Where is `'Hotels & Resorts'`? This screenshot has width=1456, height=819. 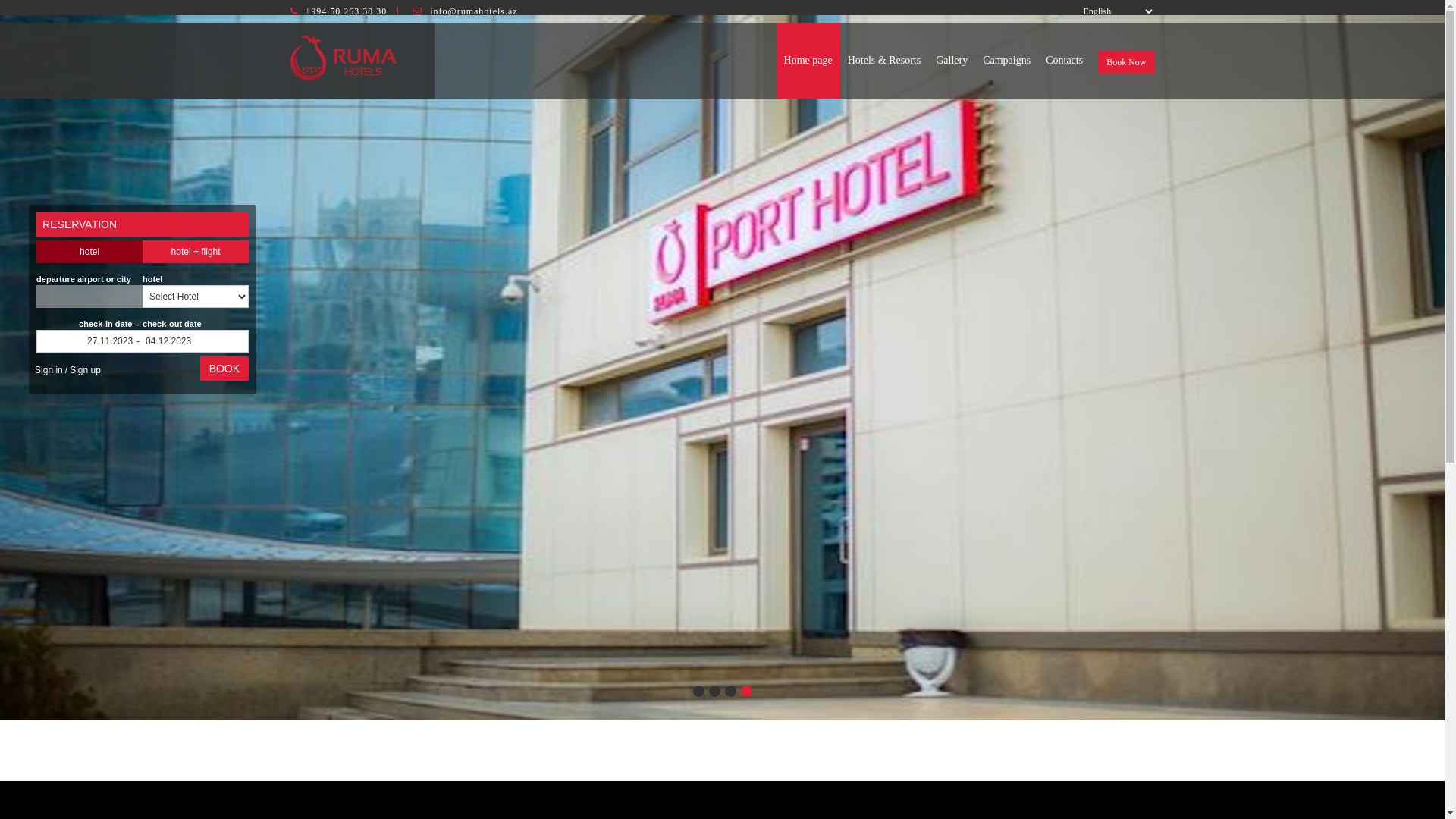 'Hotels & Resorts' is located at coordinates (884, 60).